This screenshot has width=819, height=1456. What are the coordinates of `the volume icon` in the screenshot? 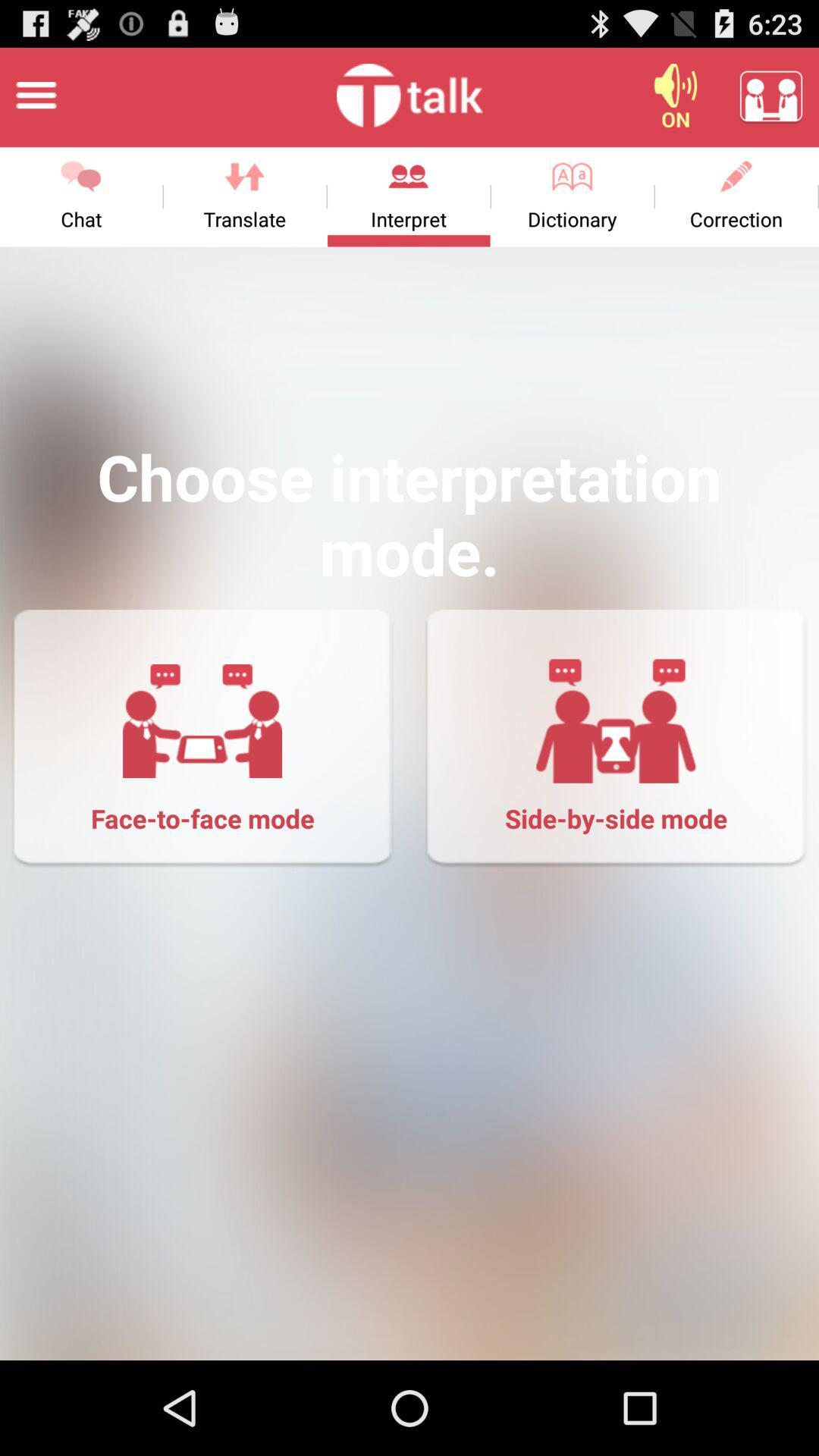 It's located at (675, 101).